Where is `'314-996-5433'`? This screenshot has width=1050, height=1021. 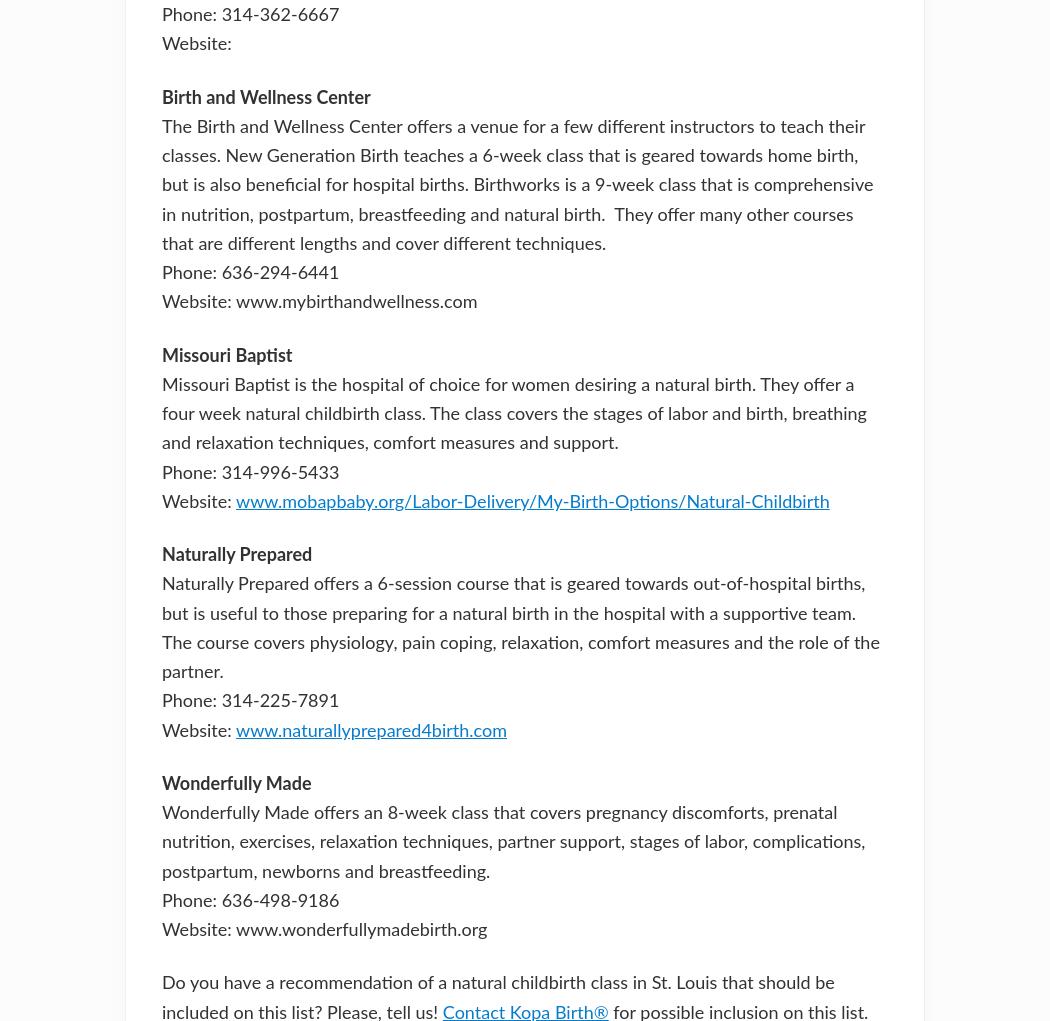
'314-996-5433' is located at coordinates (279, 472).